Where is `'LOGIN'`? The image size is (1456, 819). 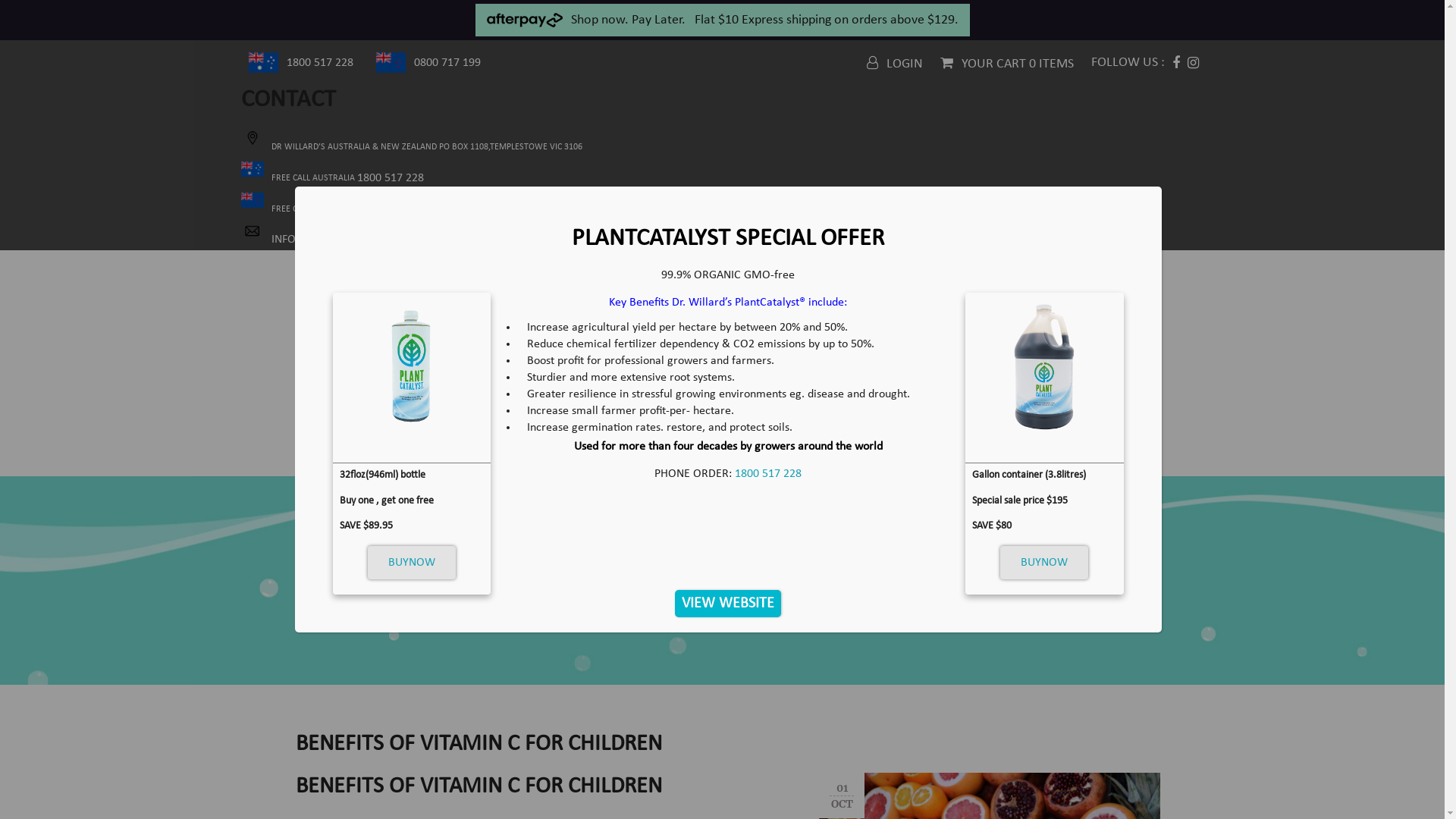
'LOGIN' is located at coordinates (894, 63).